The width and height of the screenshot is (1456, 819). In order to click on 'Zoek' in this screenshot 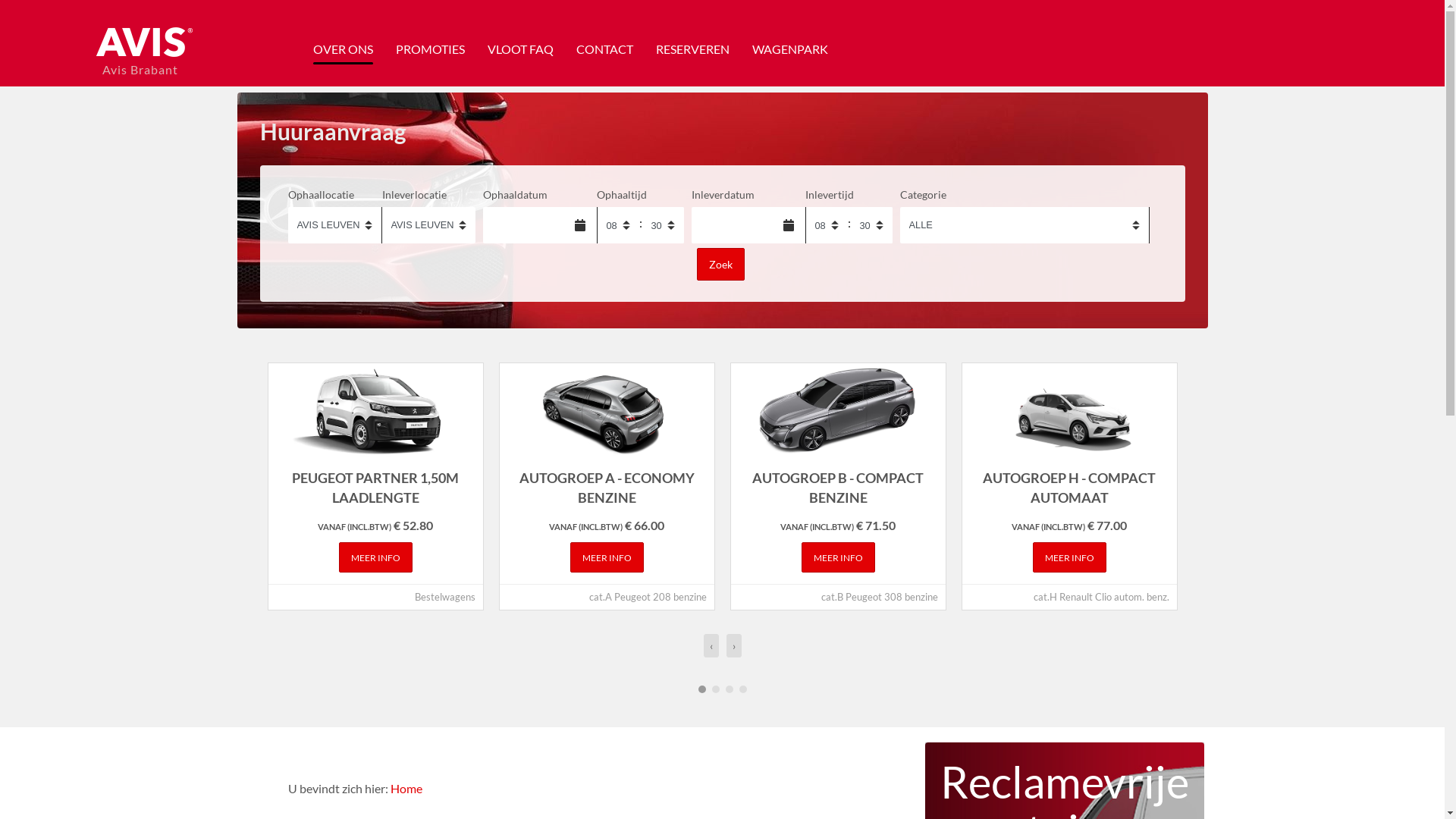, I will do `click(719, 263)`.